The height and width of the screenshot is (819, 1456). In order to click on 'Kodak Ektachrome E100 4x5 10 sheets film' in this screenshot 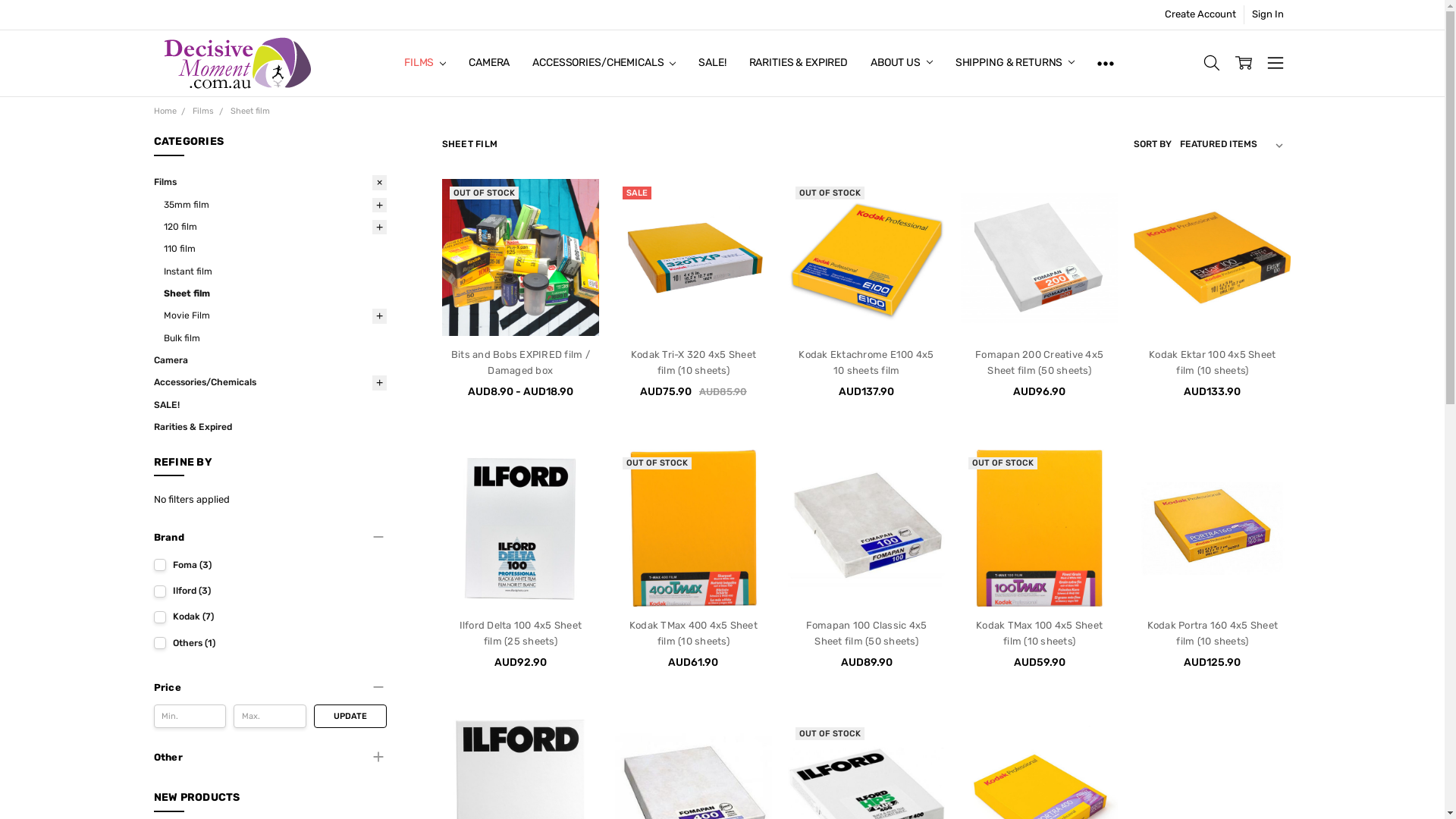, I will do `click(866, 256)`.